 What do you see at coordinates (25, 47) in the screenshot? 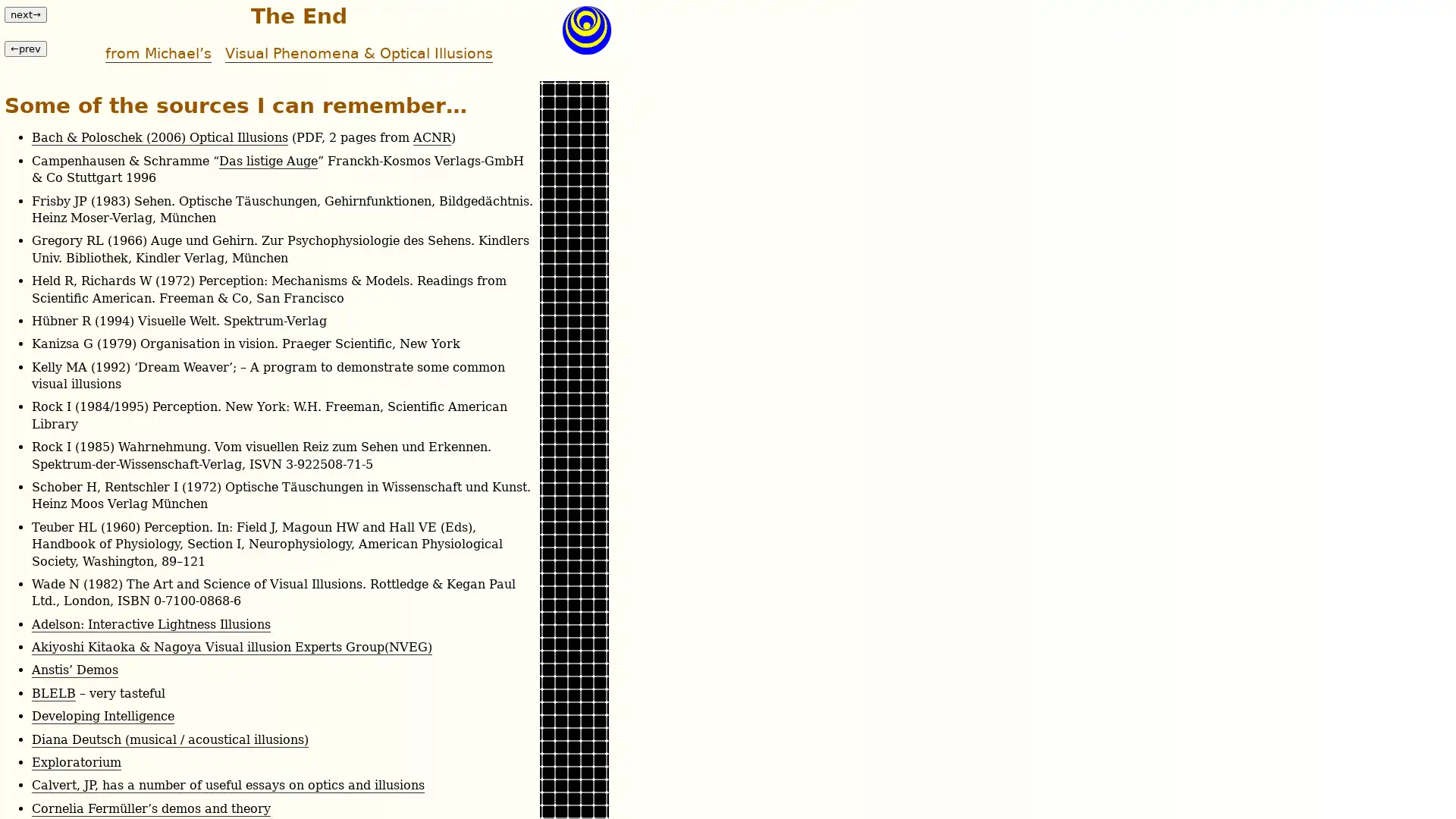
I see `prev` at bounding box center [25, 47].